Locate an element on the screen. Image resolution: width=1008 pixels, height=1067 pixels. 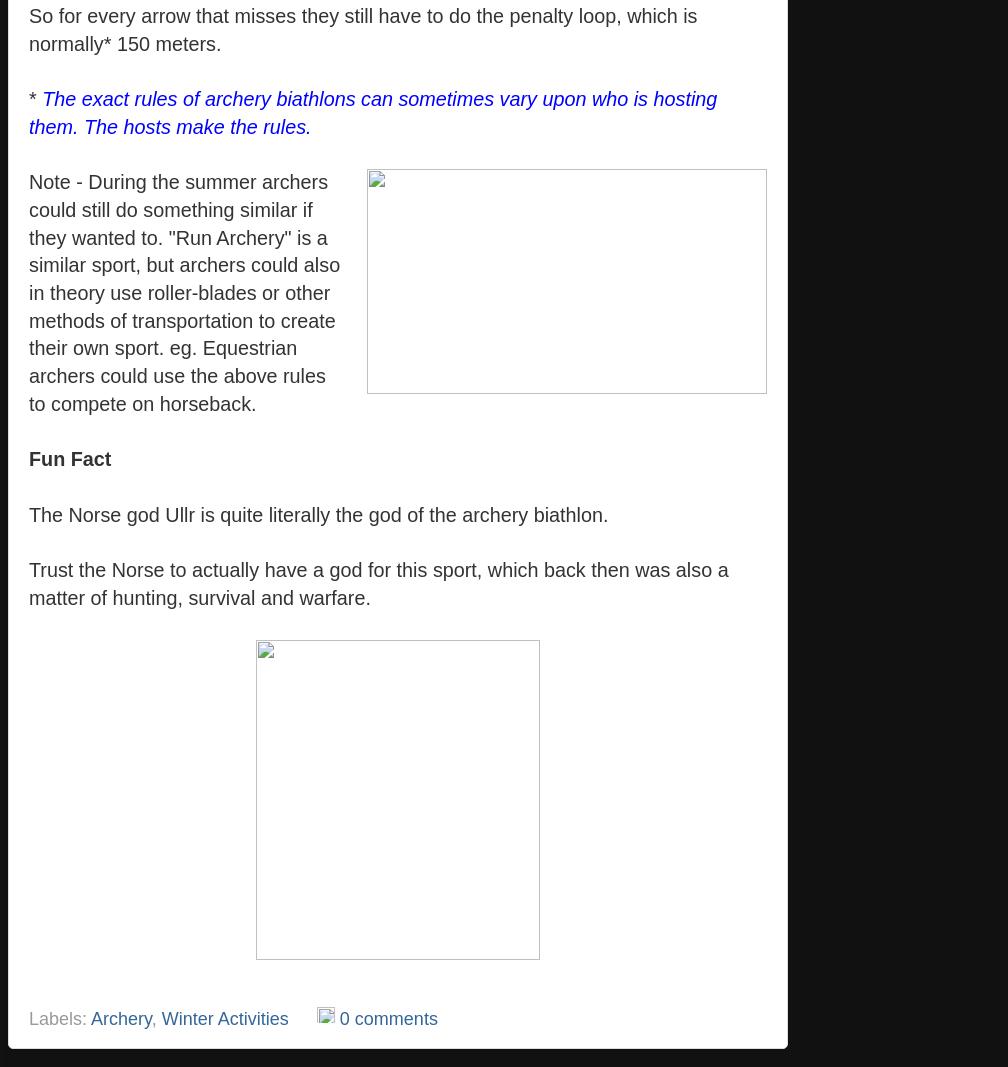
'*' is located at coordinates (35, 98).